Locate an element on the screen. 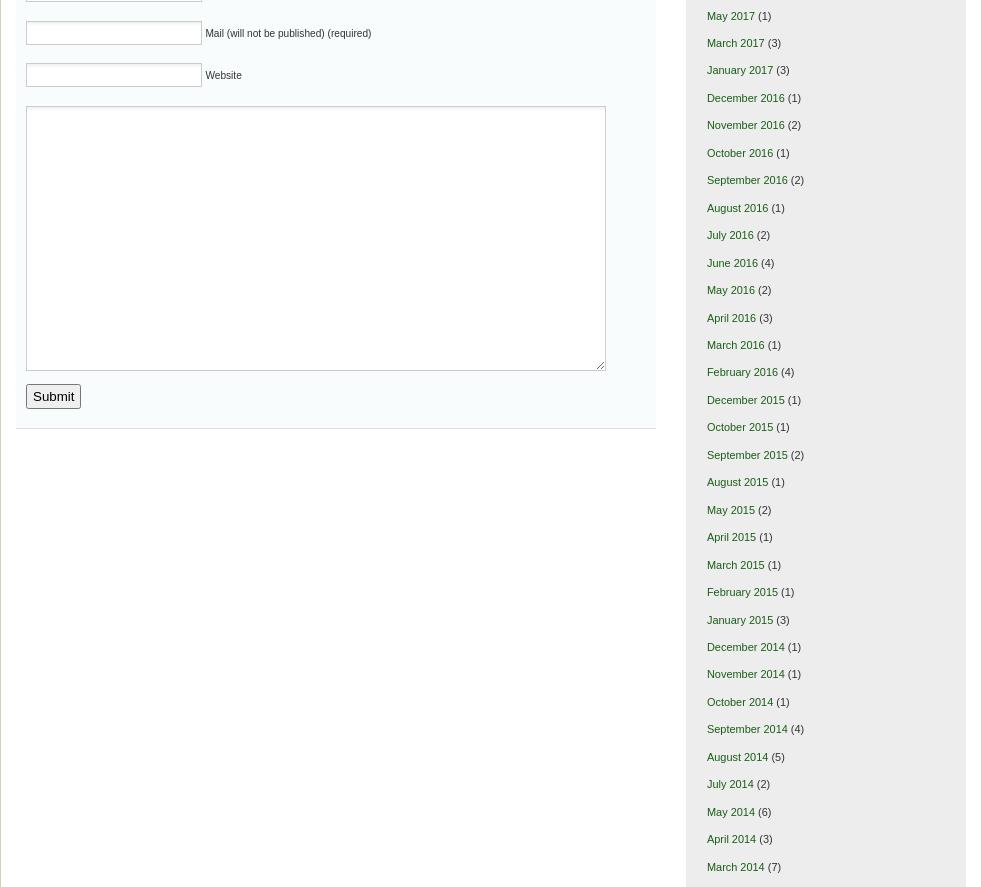 This screenshot has height=887, width=982. 'April 2015' is located at coordinates (730, 536).